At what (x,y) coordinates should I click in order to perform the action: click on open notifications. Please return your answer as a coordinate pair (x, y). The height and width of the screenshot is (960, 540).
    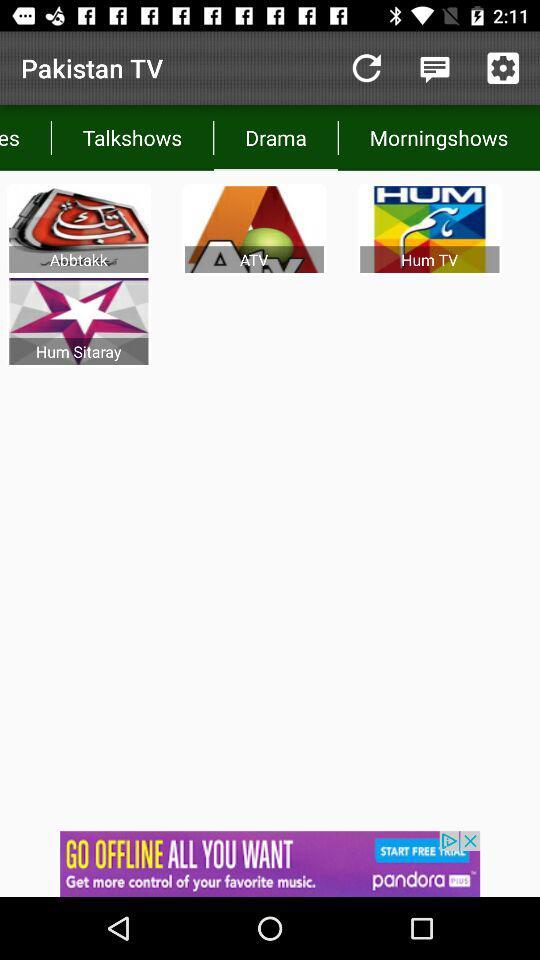
    Looking at the image, I should click on (434, 68).